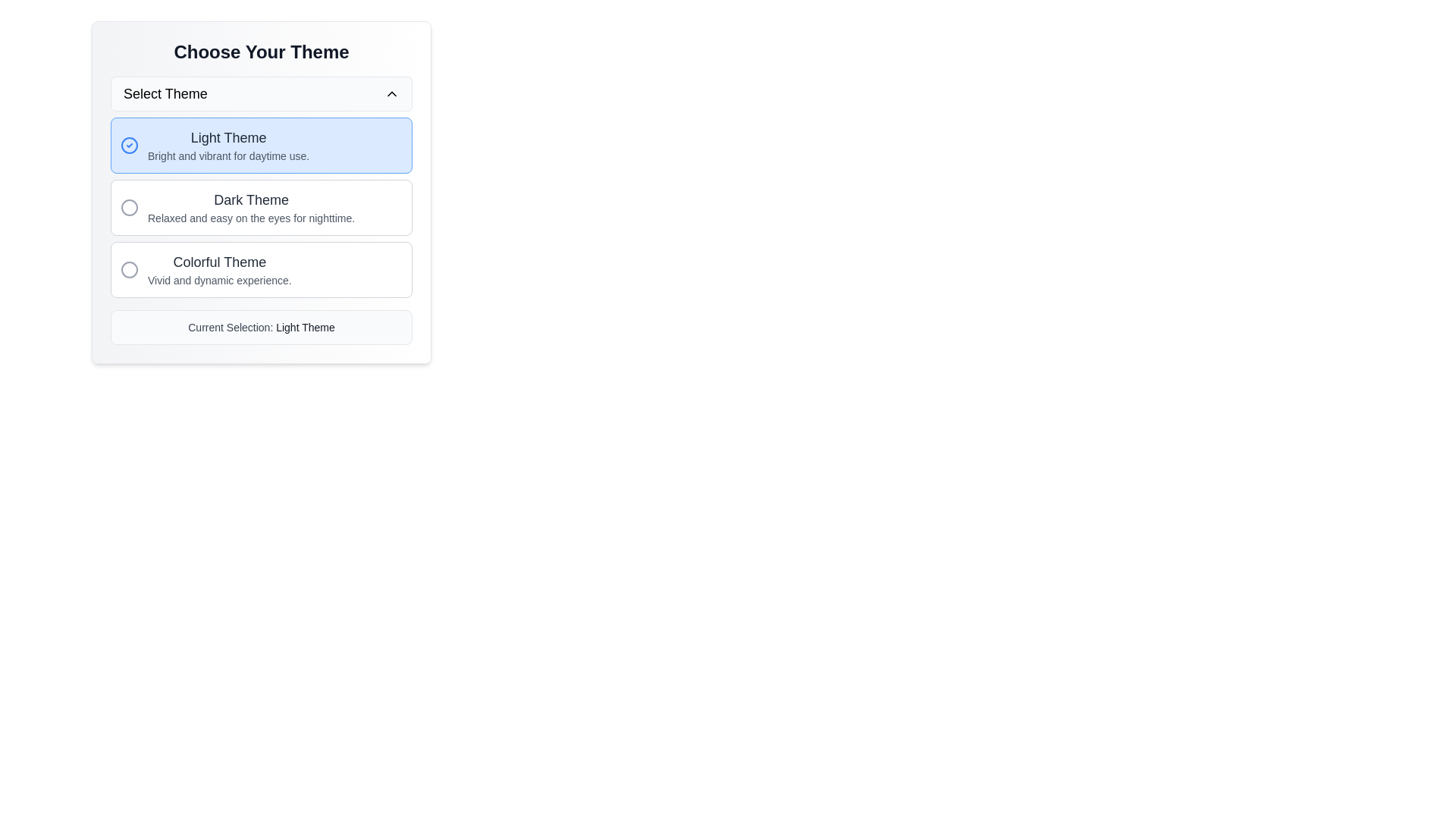  What do you see at coordinates (262, 207) in the screenshot?
I see `the 'Dark Theme' selection option with the unselected radio button` at bounding box center [262, 207].